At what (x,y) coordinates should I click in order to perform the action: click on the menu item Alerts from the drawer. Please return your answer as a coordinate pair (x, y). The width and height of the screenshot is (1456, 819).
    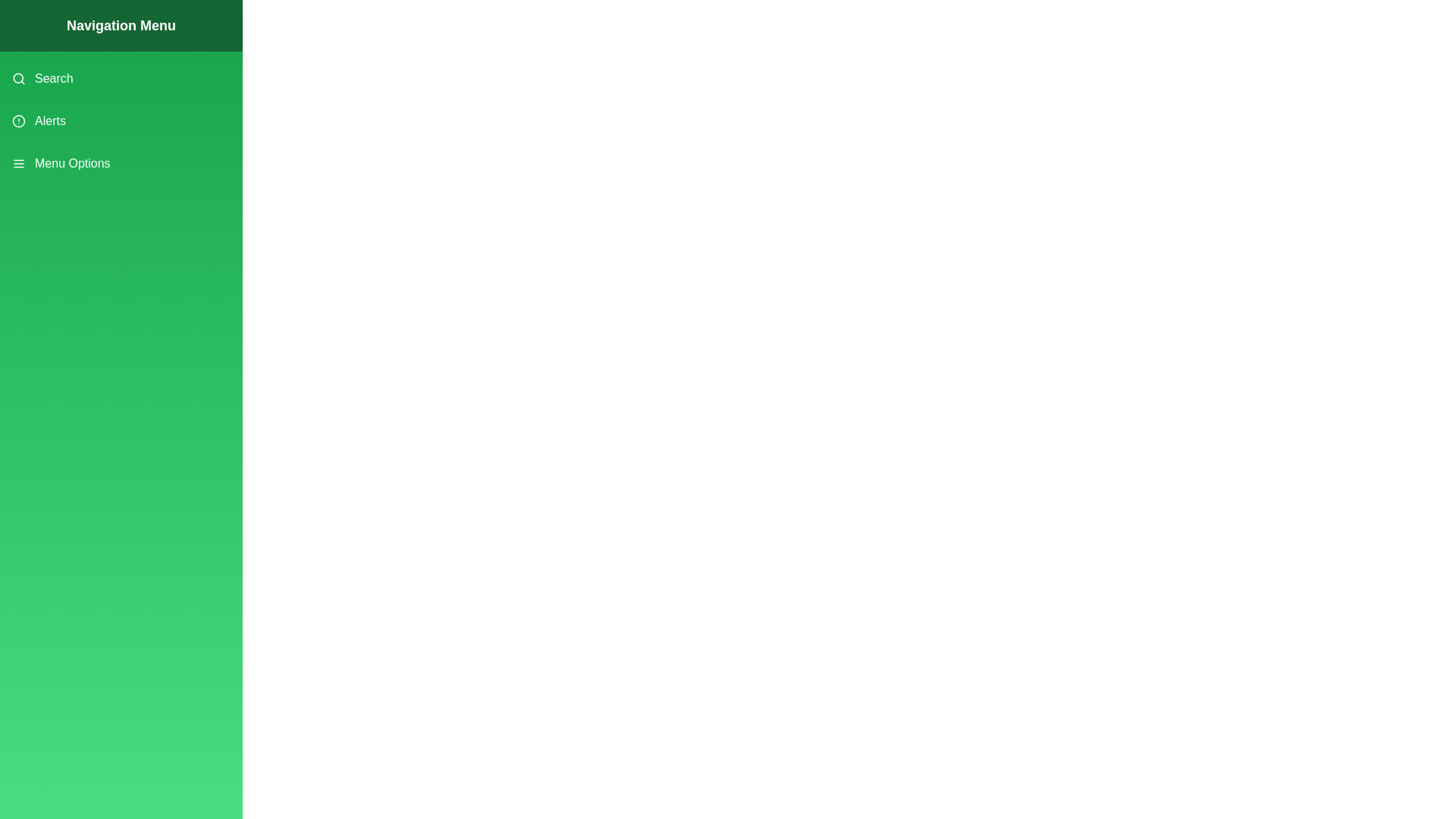
    Looking at the image, I should click on (120, 120).